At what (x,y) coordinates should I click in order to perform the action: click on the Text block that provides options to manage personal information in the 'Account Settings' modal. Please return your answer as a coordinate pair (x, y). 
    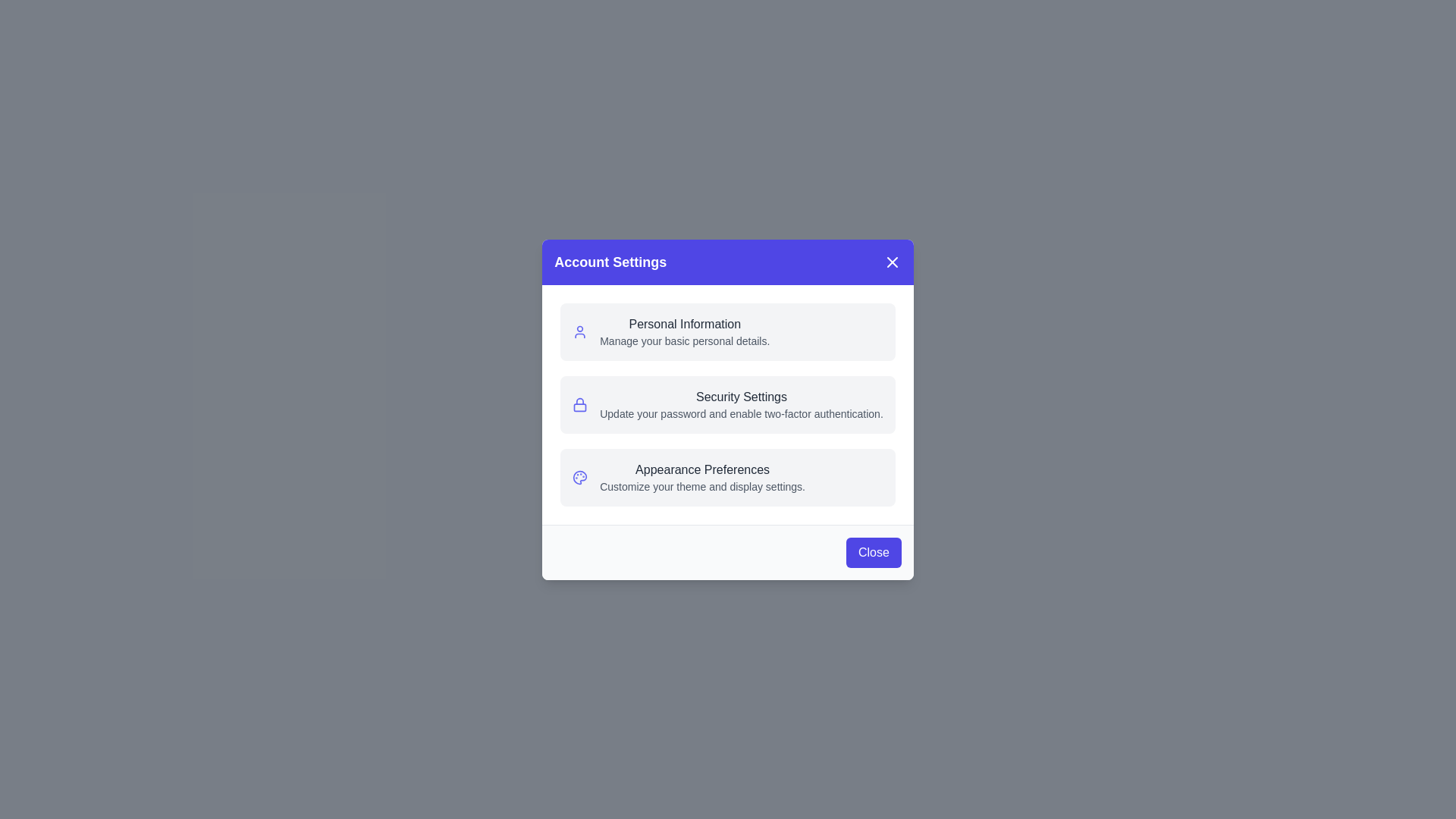
    Looking at the image, I should click on (684, 331).